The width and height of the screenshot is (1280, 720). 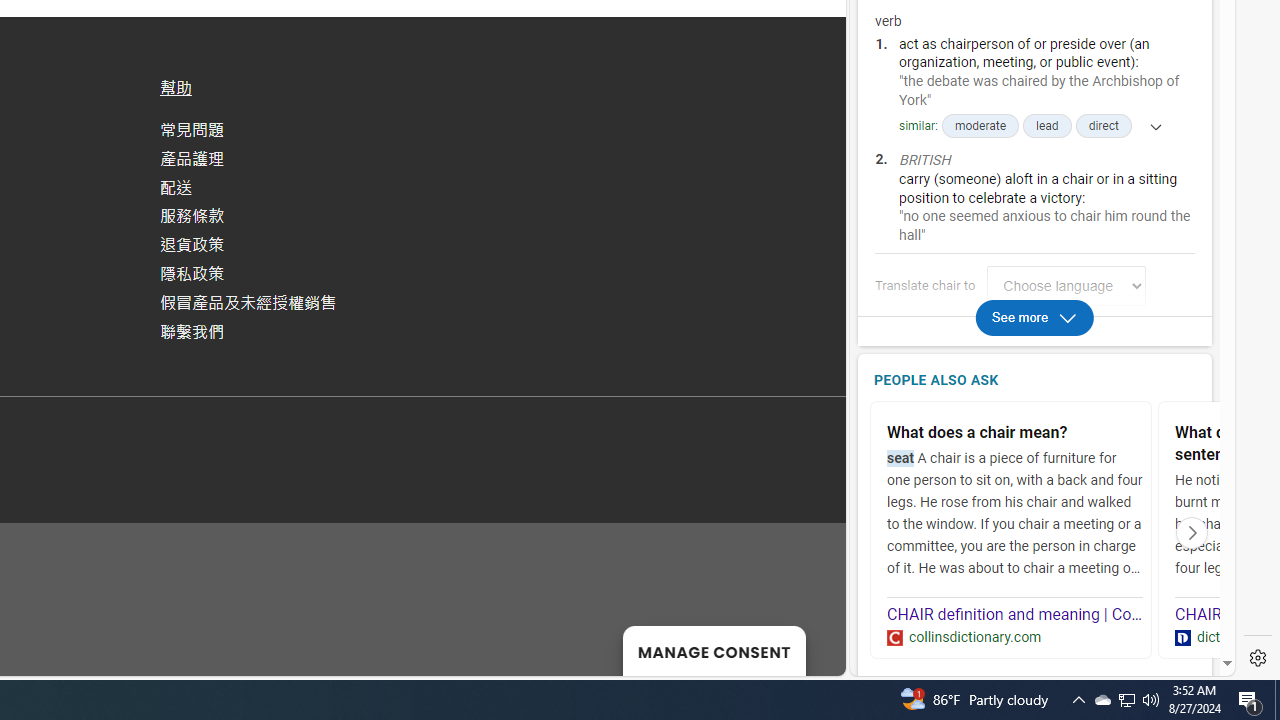 I want to click on 'MANAGE CONSENT', so click(x=714, y=650).